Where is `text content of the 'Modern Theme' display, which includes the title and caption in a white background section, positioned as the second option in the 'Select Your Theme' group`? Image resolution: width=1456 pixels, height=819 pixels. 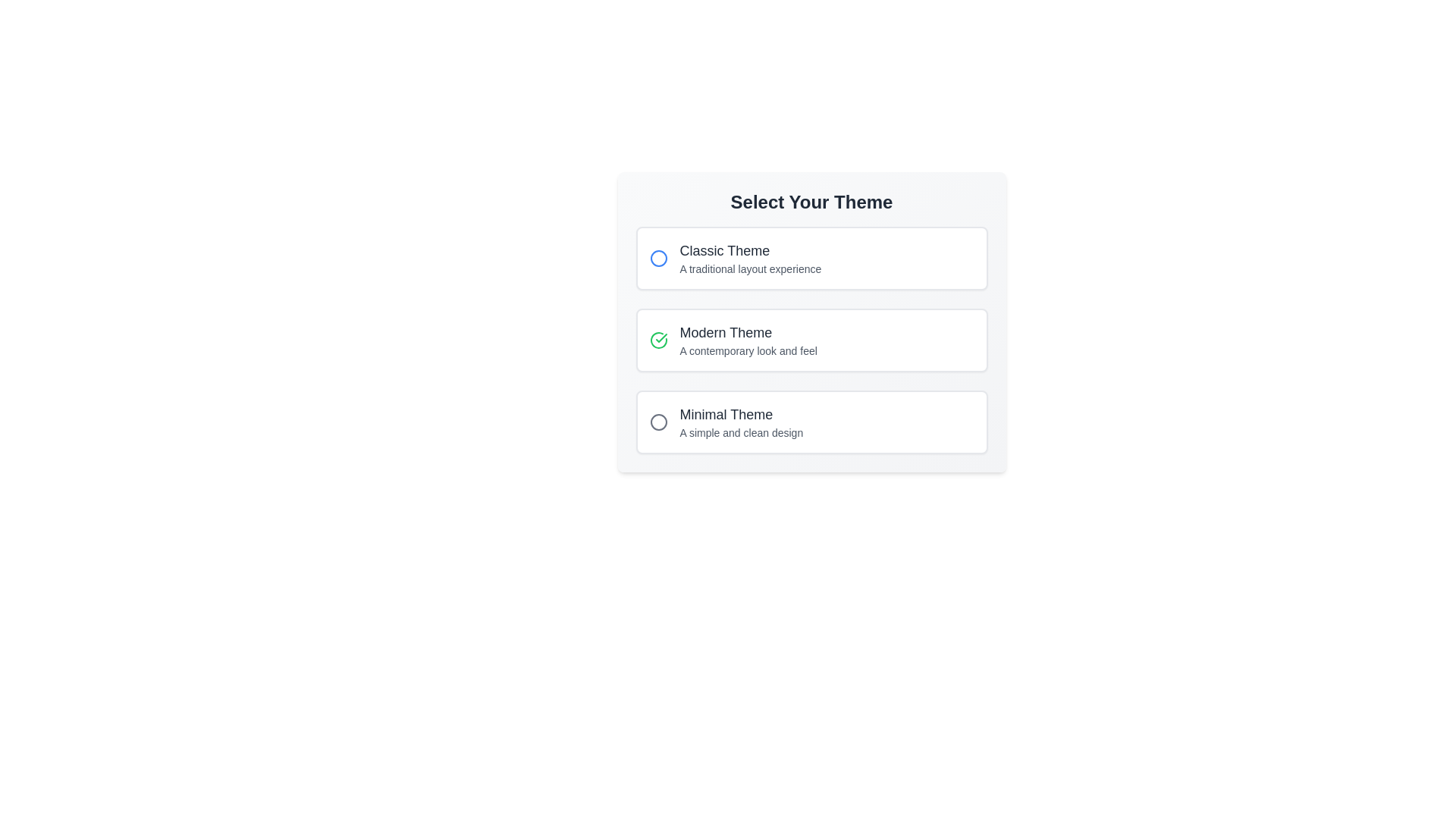
text content of the 'Modern Theme' display, which includes the title and caption in a white background section, positioned as the second option in the 'Select Your Theme' group is located at coordinates (748, 339).